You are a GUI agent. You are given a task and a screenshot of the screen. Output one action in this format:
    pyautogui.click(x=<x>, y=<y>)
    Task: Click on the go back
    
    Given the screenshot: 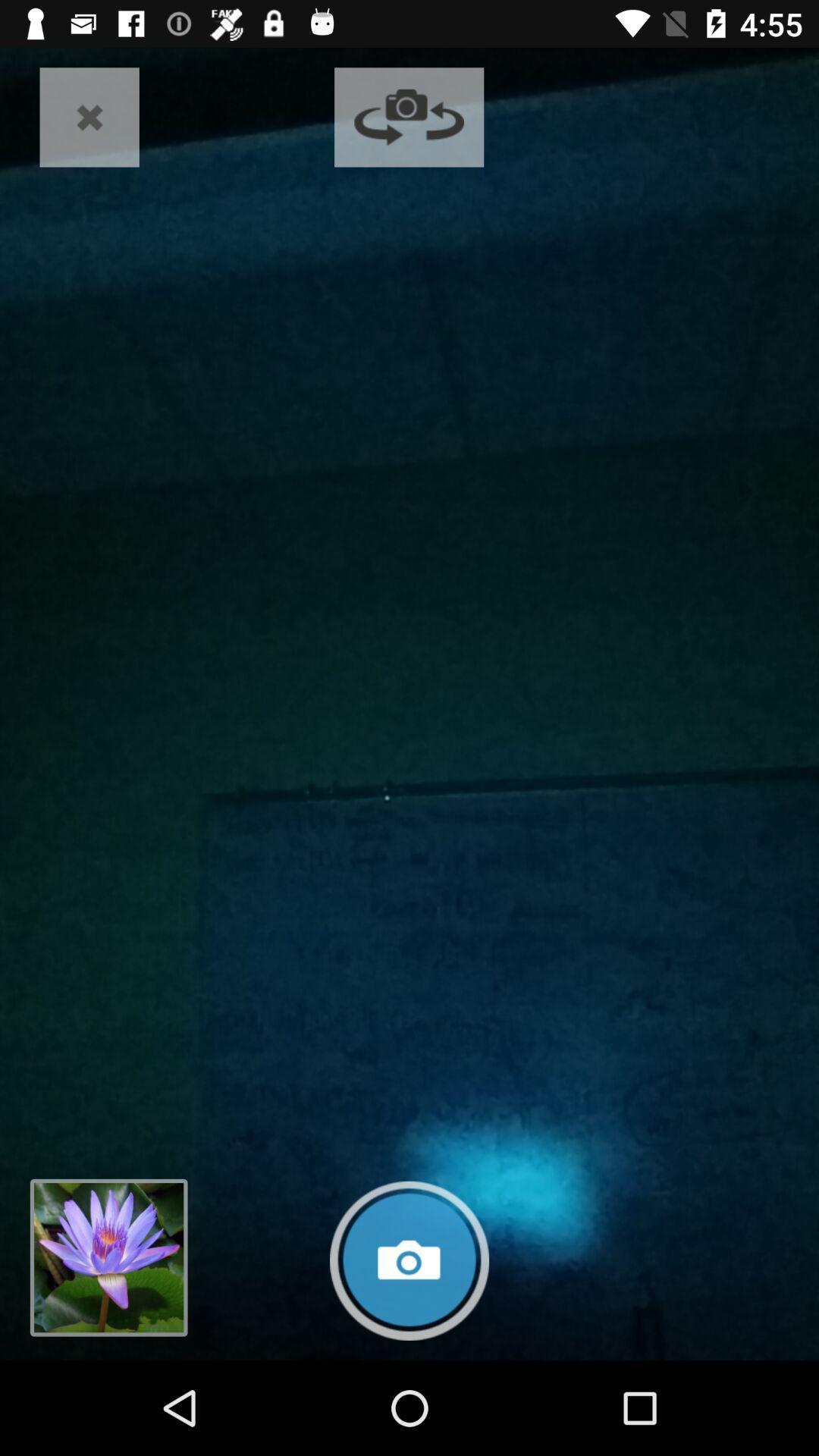 What is the action you would take?
    pyautogui.click(x=108, y=1257)
    